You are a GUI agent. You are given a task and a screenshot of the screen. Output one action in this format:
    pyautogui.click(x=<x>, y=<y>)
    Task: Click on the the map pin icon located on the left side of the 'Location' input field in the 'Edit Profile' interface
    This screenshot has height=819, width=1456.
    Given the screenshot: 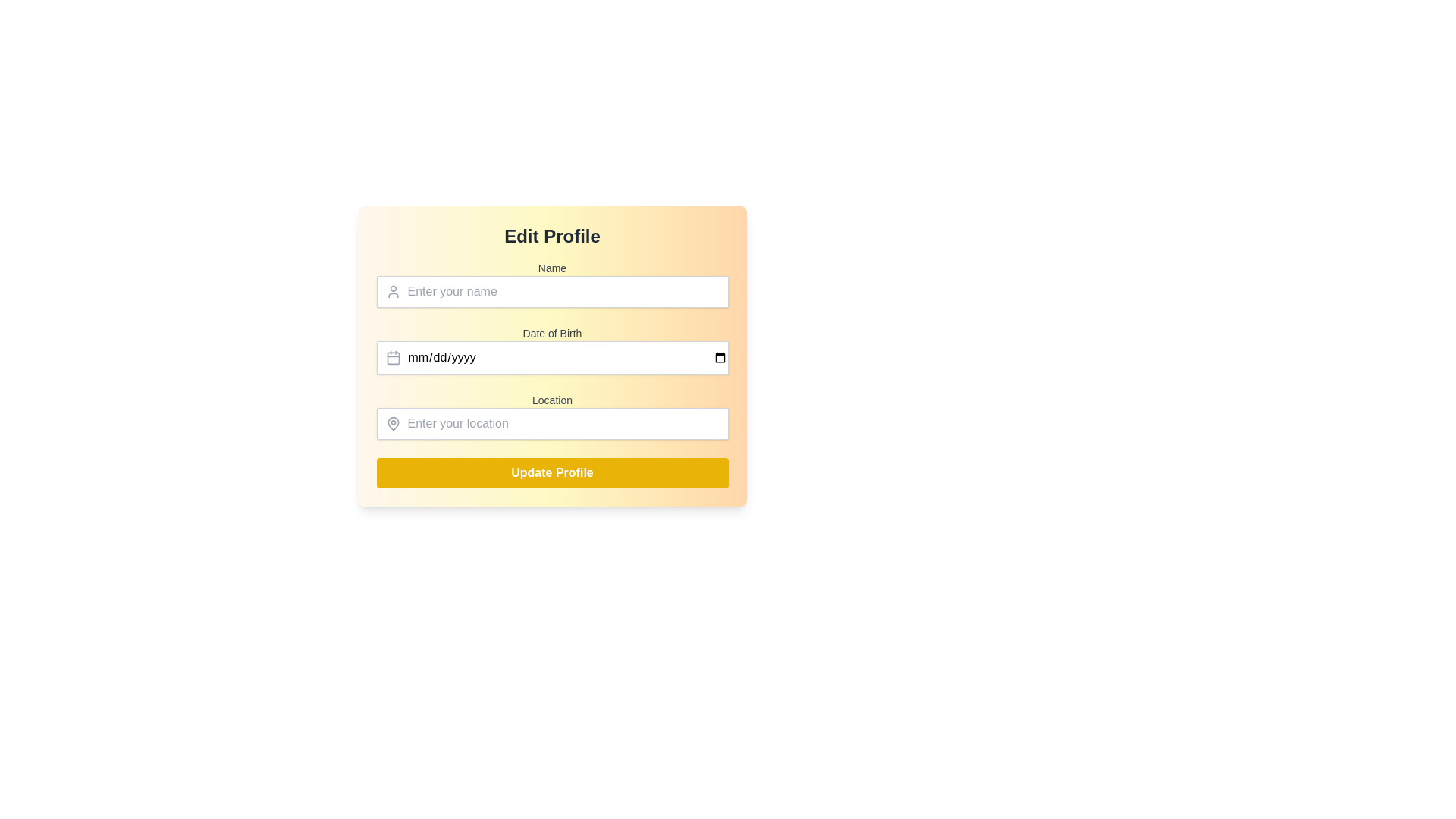 What is the action you would take?
    pyautogui.click(x=393, y=424)
    